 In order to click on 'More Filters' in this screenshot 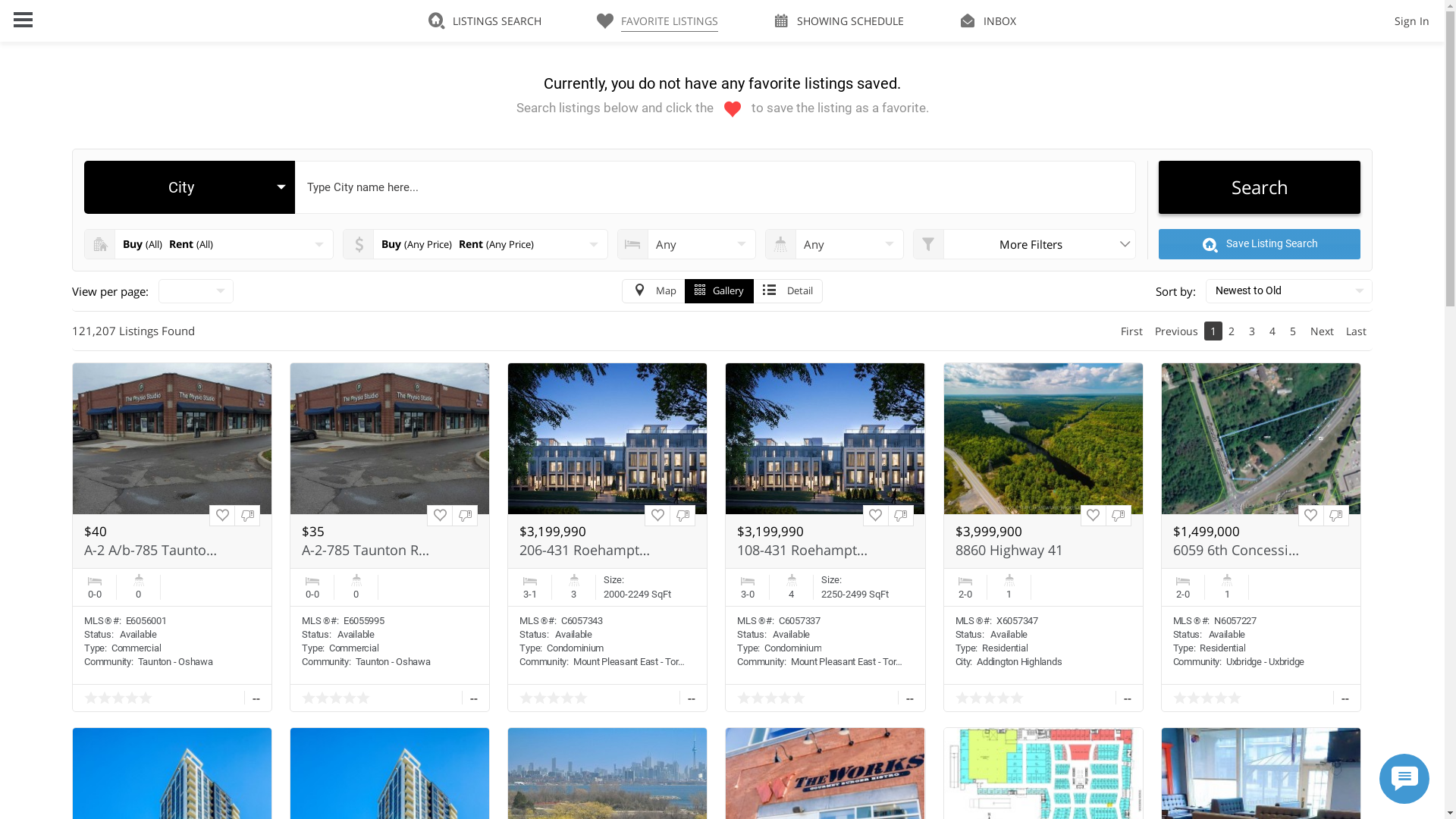, I will do `click(1024, 243)`.